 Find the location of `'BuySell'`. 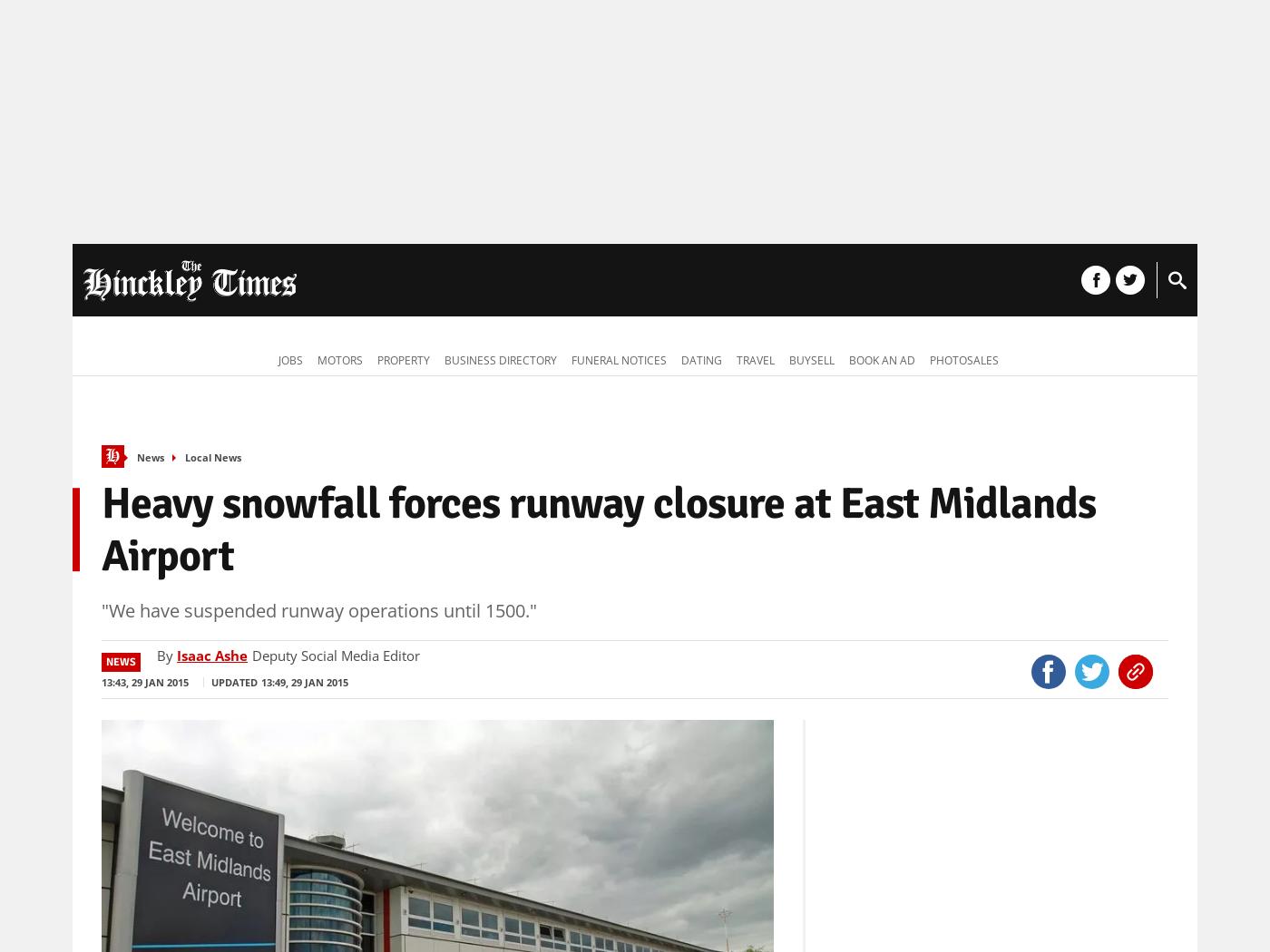

'BuySell' is located at coordinates (811, 360).